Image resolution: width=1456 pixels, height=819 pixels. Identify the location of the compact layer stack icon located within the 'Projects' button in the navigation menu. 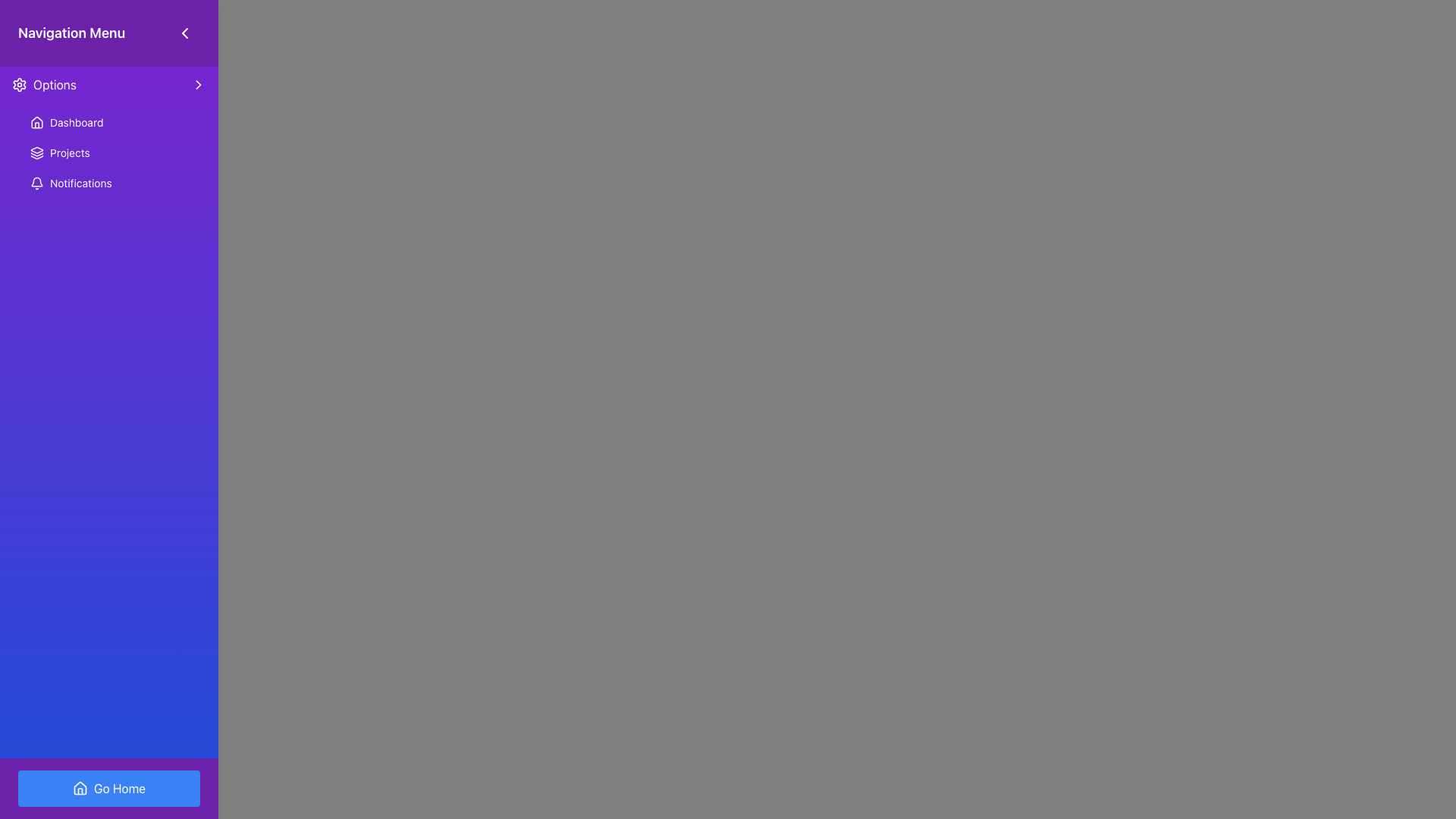
(36, 152).